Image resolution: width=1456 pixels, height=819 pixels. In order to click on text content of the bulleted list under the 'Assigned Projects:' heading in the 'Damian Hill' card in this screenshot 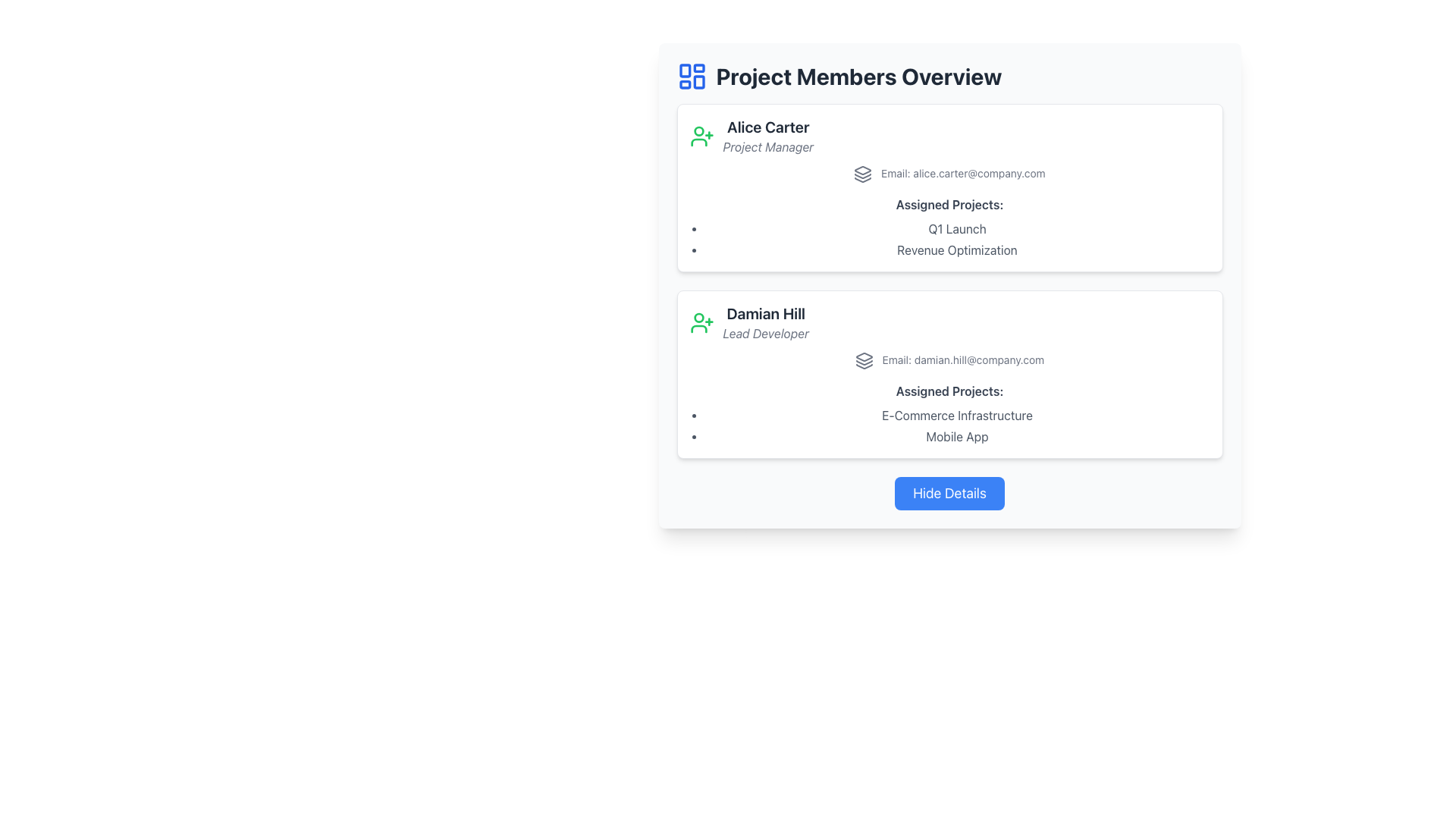, I will do `click(956, 426)`.